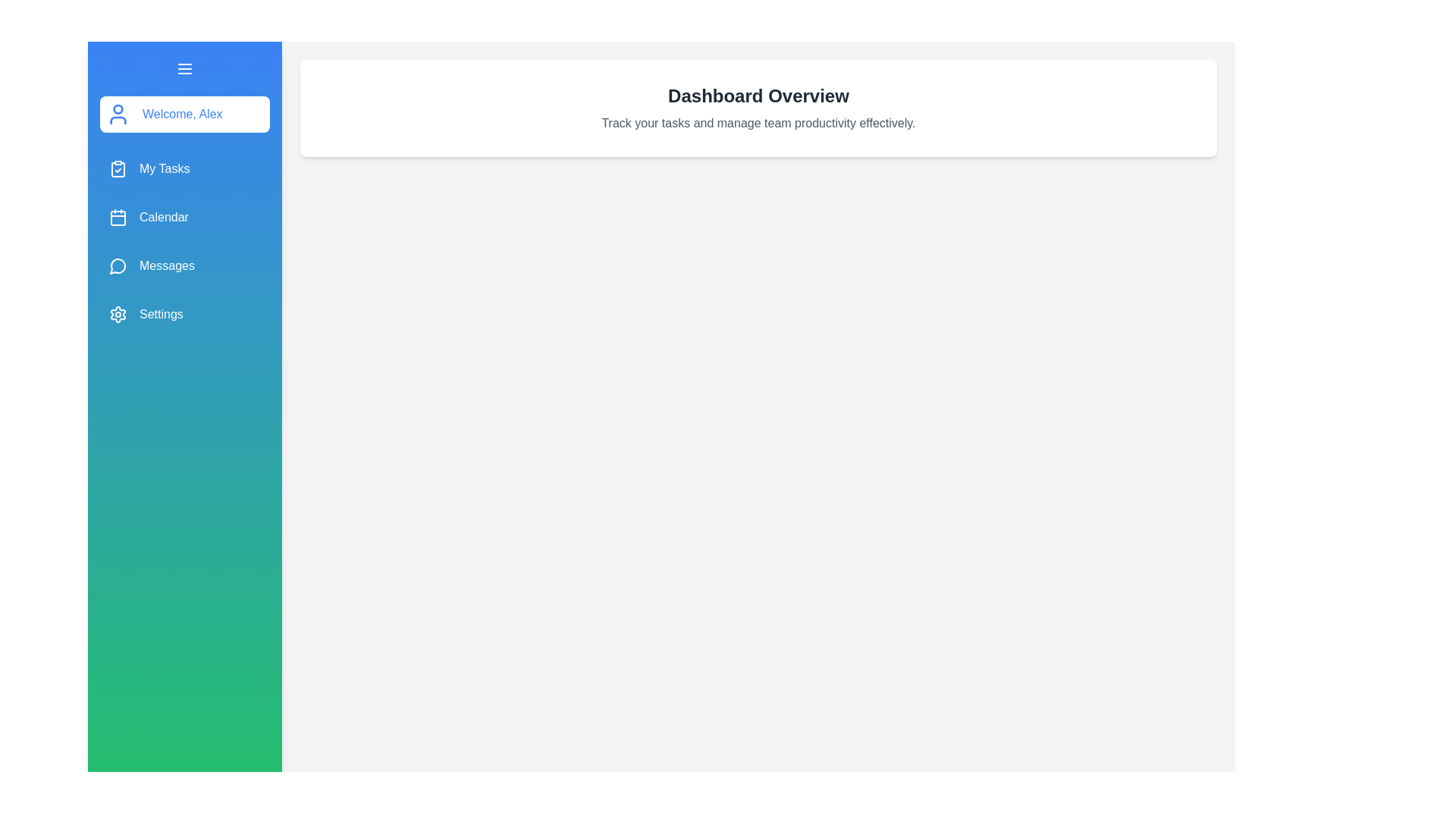  Describe the element at coordinates (184, 113) in the screenshot. I see `the welcome message to interact with it` at that location.